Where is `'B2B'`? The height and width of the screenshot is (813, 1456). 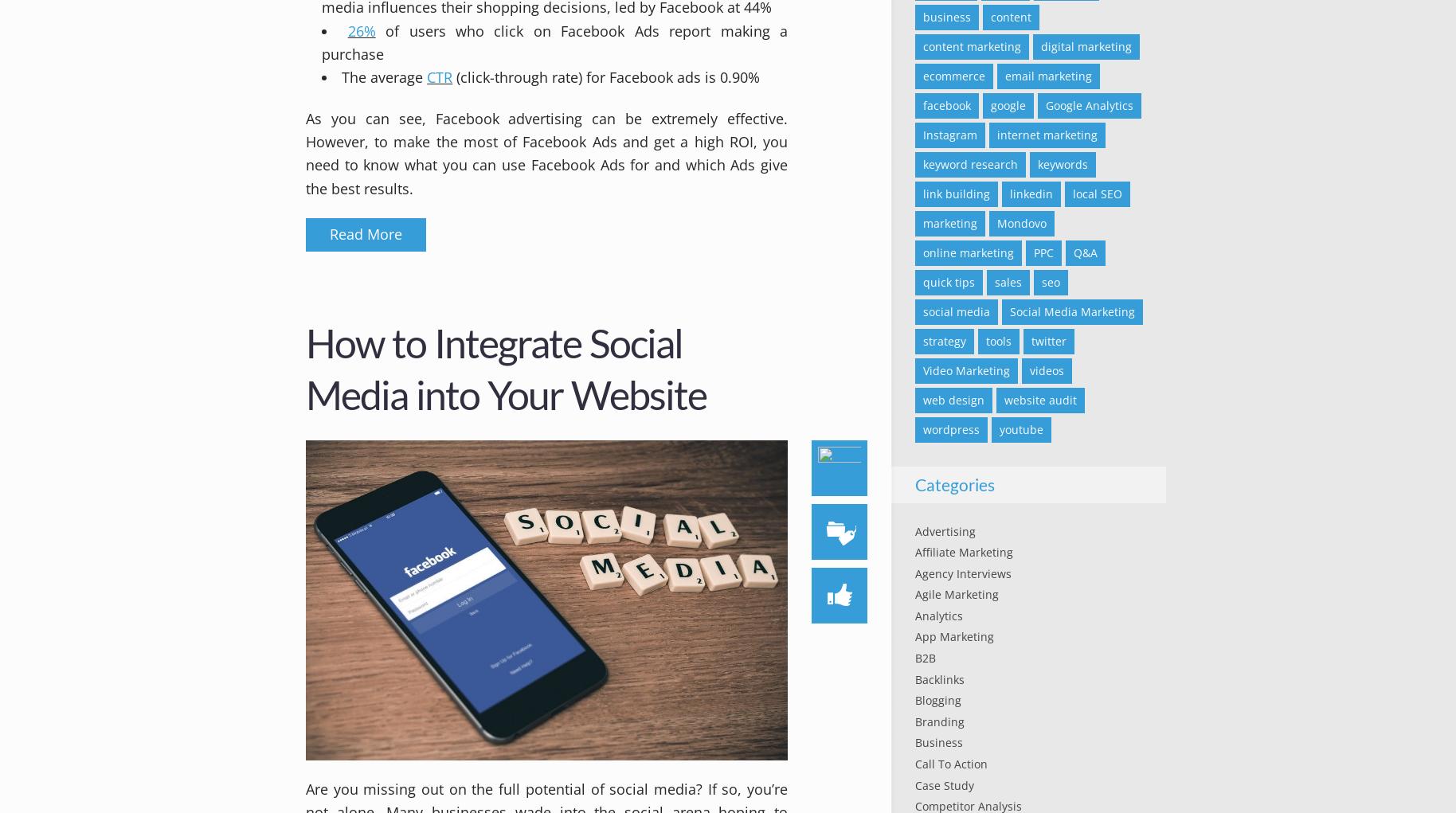
'B2B' is located at coordinates (925, 658).